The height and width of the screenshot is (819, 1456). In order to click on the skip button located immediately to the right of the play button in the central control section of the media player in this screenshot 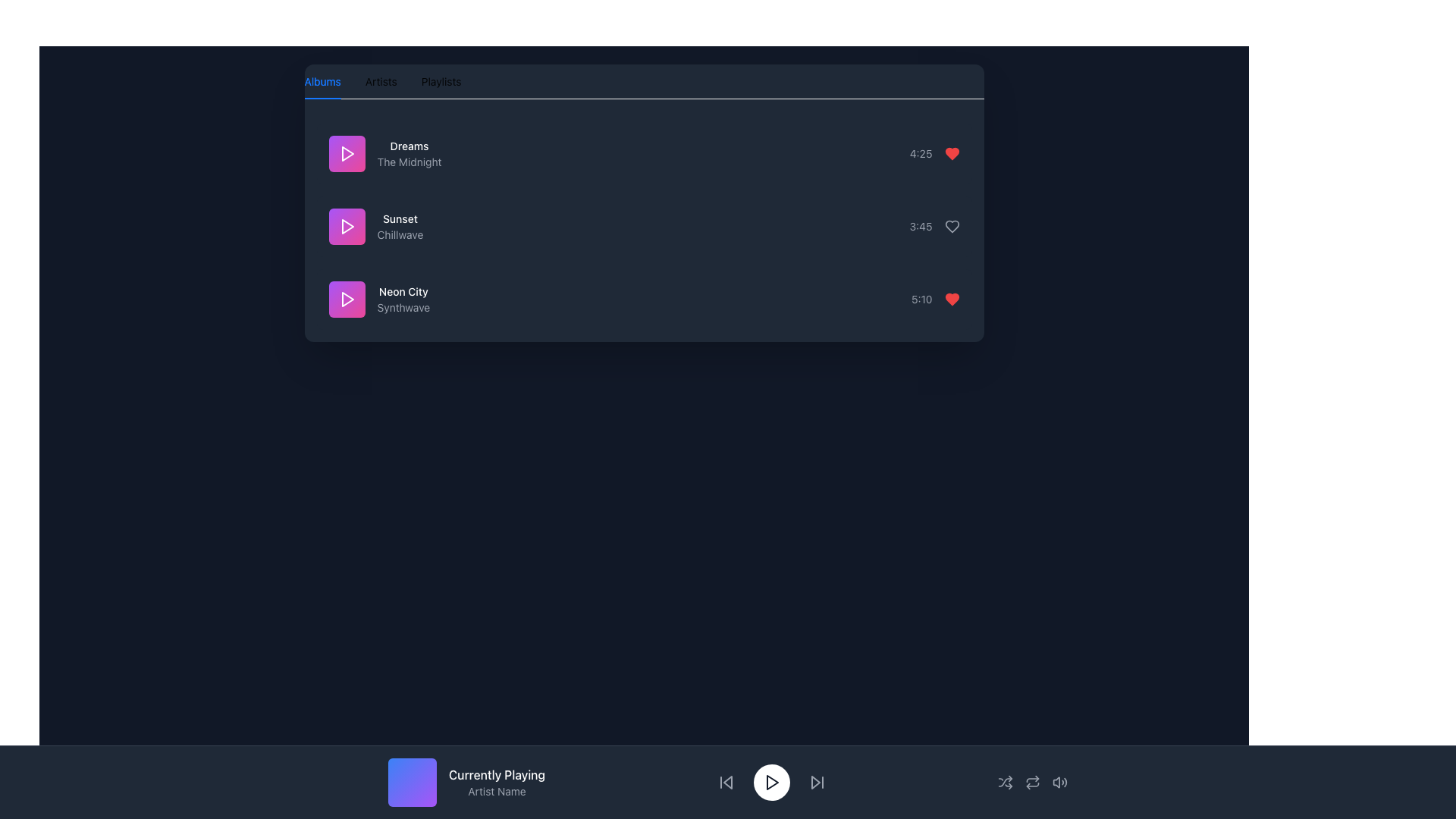, I will do `click(816, 783)`.